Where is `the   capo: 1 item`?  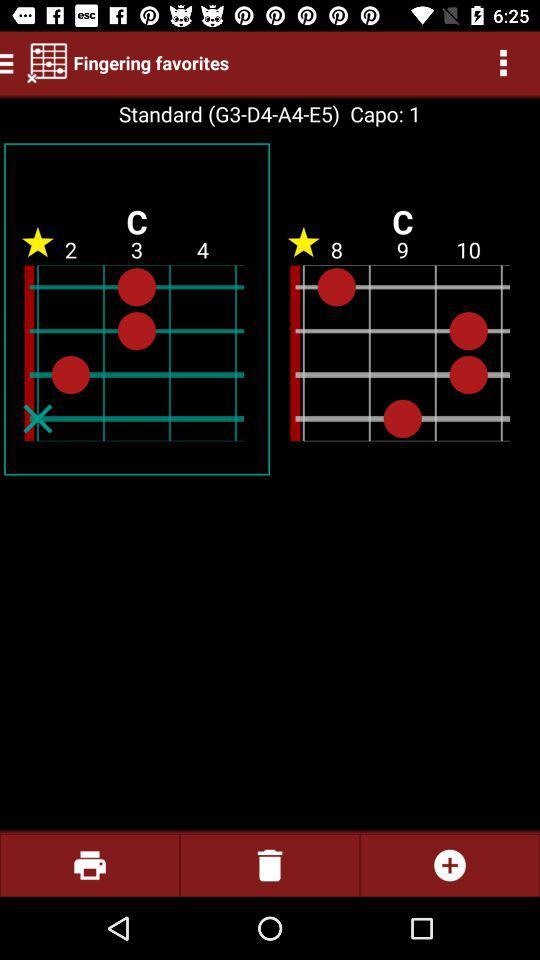 the   capo: 1 item is located at coordinates (380, 114).